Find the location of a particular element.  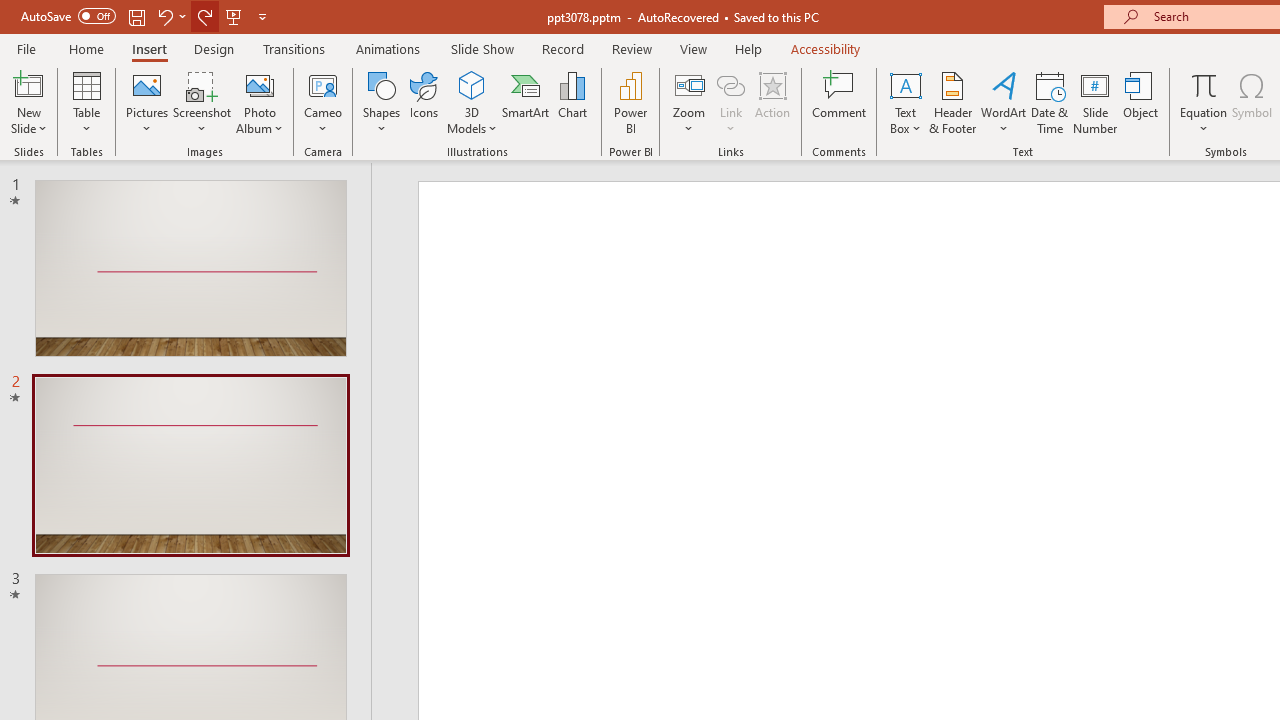

'Power BI' is located at coordinates (630, 103).